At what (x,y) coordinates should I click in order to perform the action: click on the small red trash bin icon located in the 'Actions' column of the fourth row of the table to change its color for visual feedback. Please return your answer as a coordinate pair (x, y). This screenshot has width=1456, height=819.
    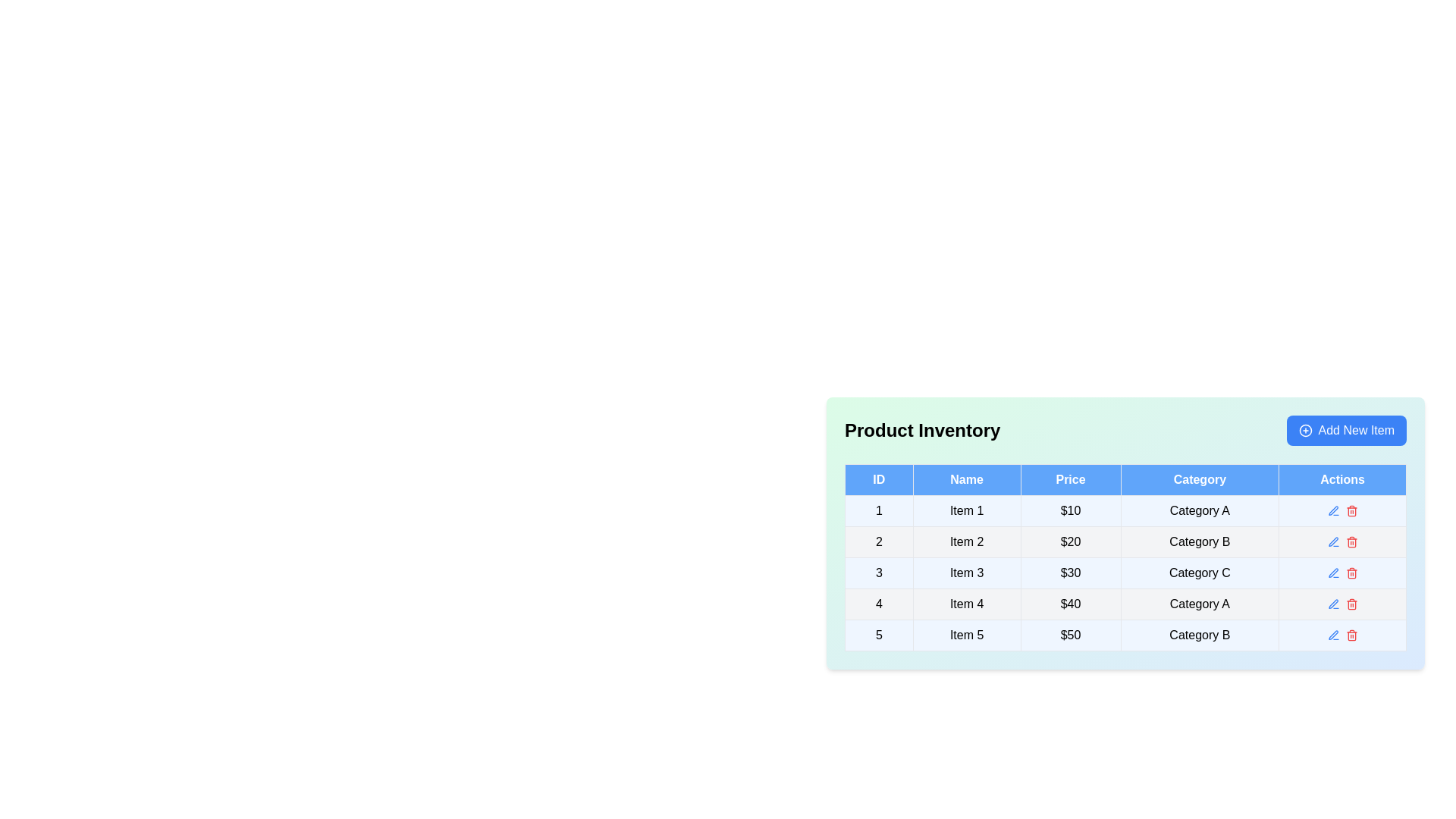
    Looking at the image, I should click on (1351, 604).